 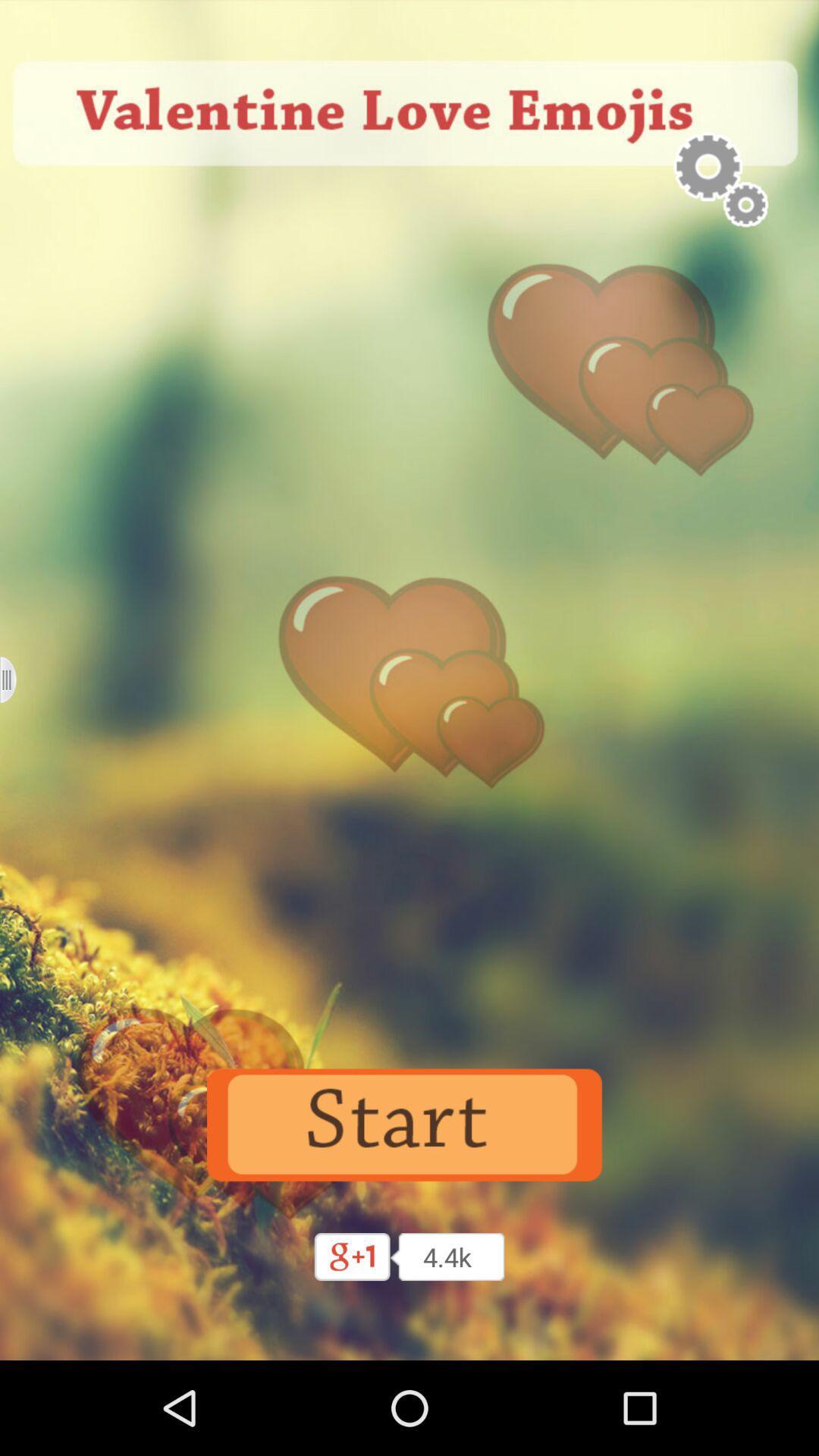 I want to click on the menu icon, so click(x=17, y=726).